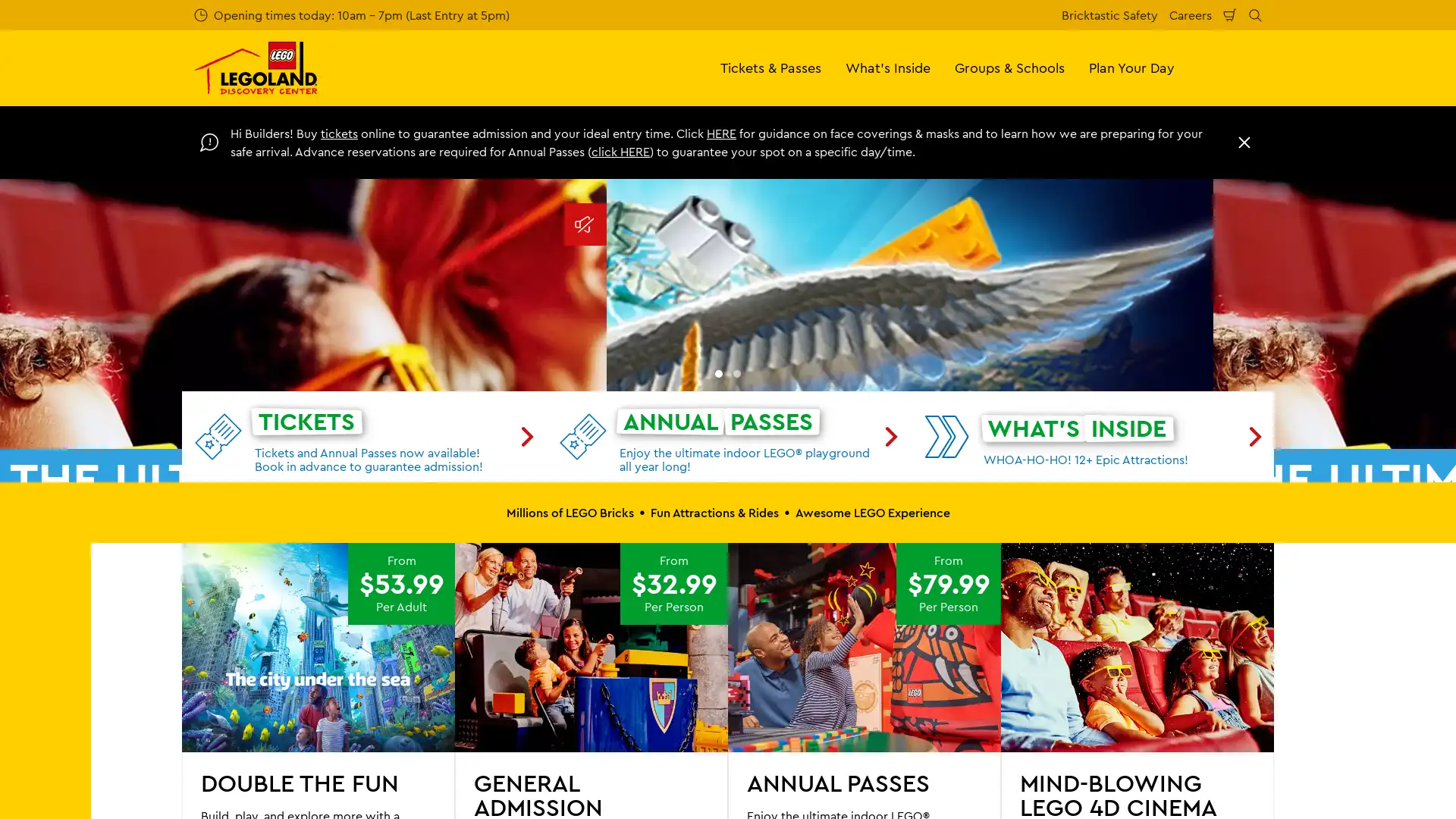  What do you see at coordinates (718, 660) in the screenshot?
I see `Go to slide 1` at bounding box center [718, 660].